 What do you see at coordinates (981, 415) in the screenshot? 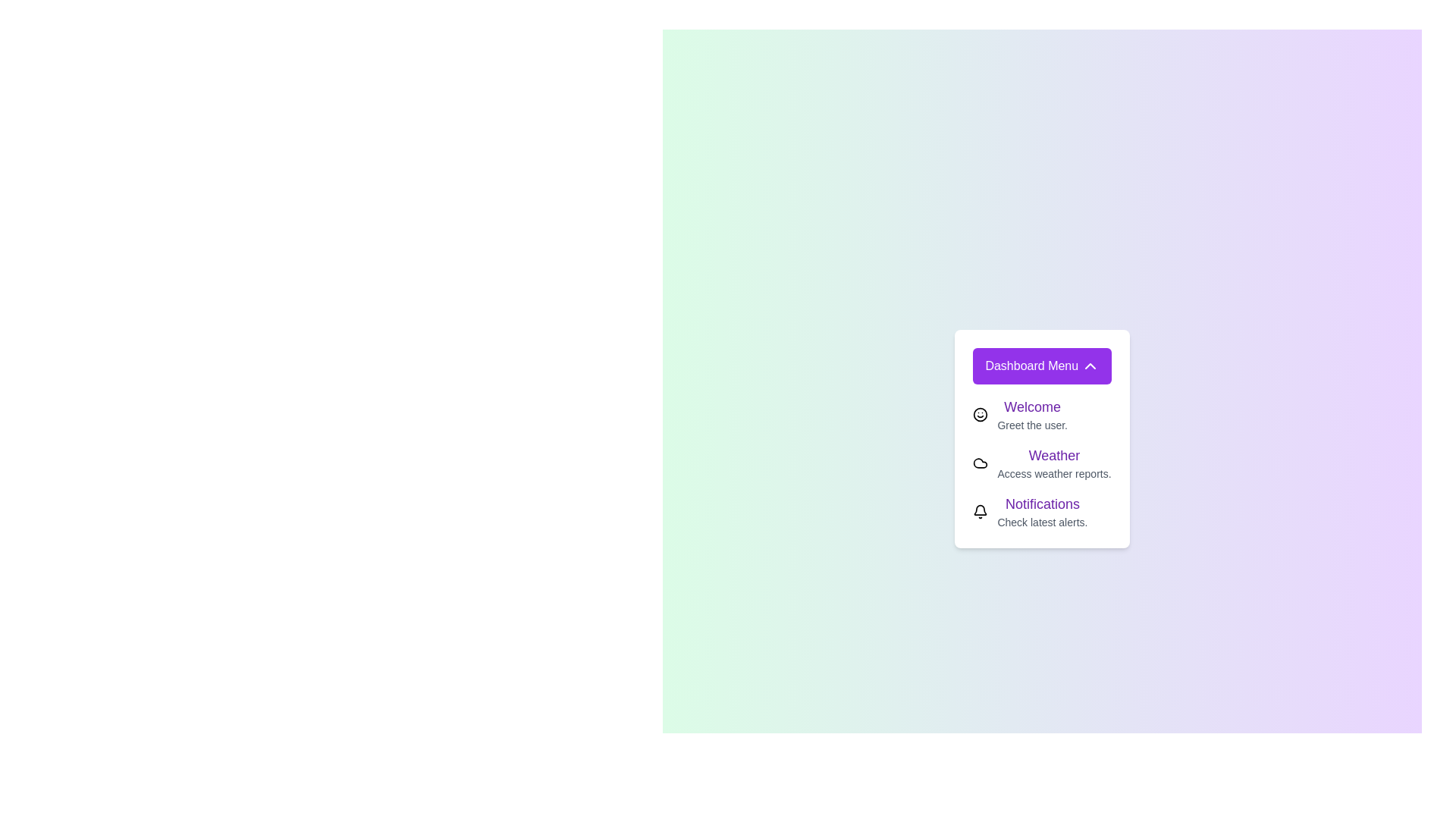
I see `the element Welcome to display its tooltip` at bounding box center [981, 415].